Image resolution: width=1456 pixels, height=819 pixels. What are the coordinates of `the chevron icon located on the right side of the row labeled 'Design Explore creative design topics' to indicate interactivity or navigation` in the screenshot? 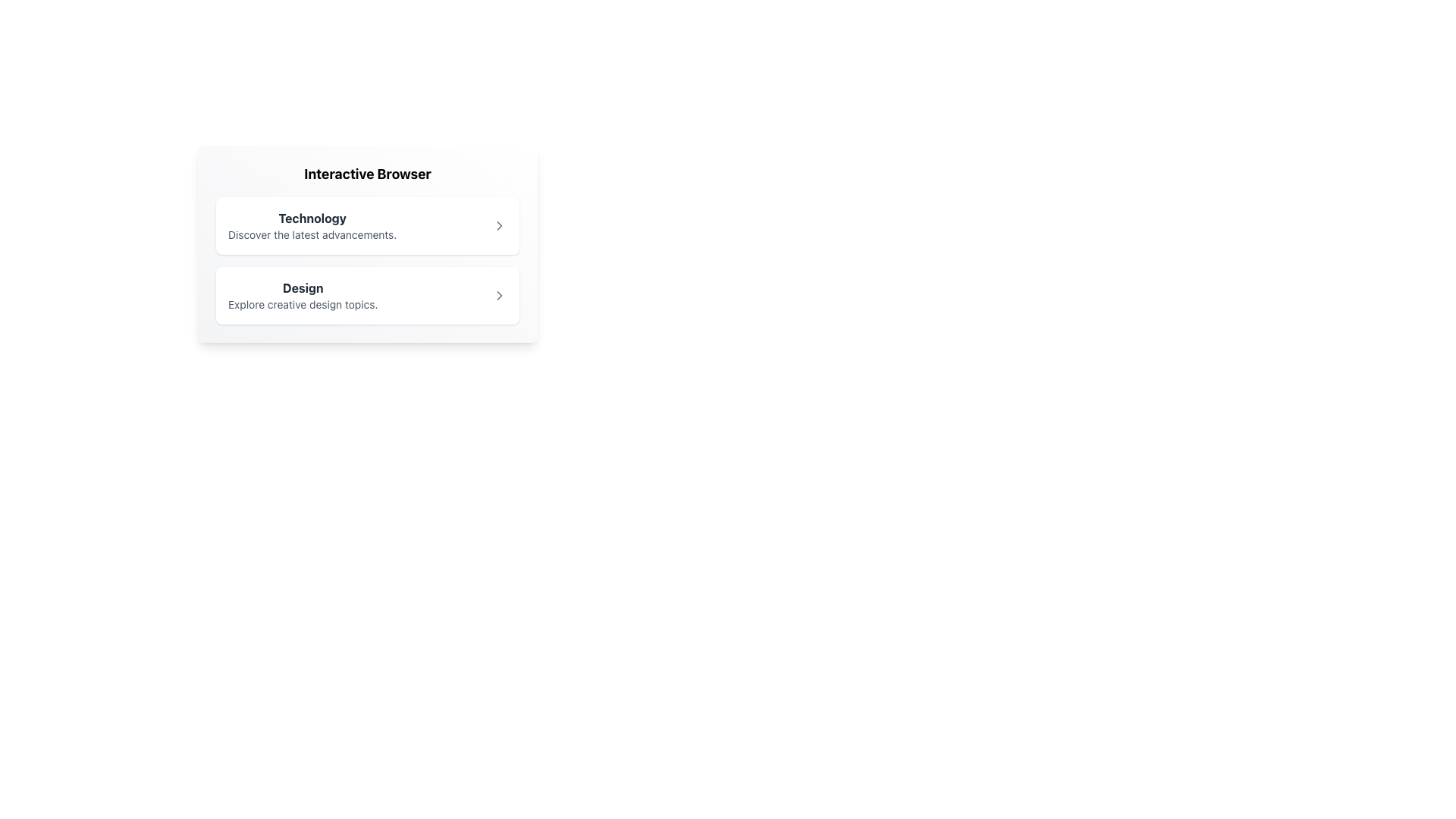 It's located at (499, 295).